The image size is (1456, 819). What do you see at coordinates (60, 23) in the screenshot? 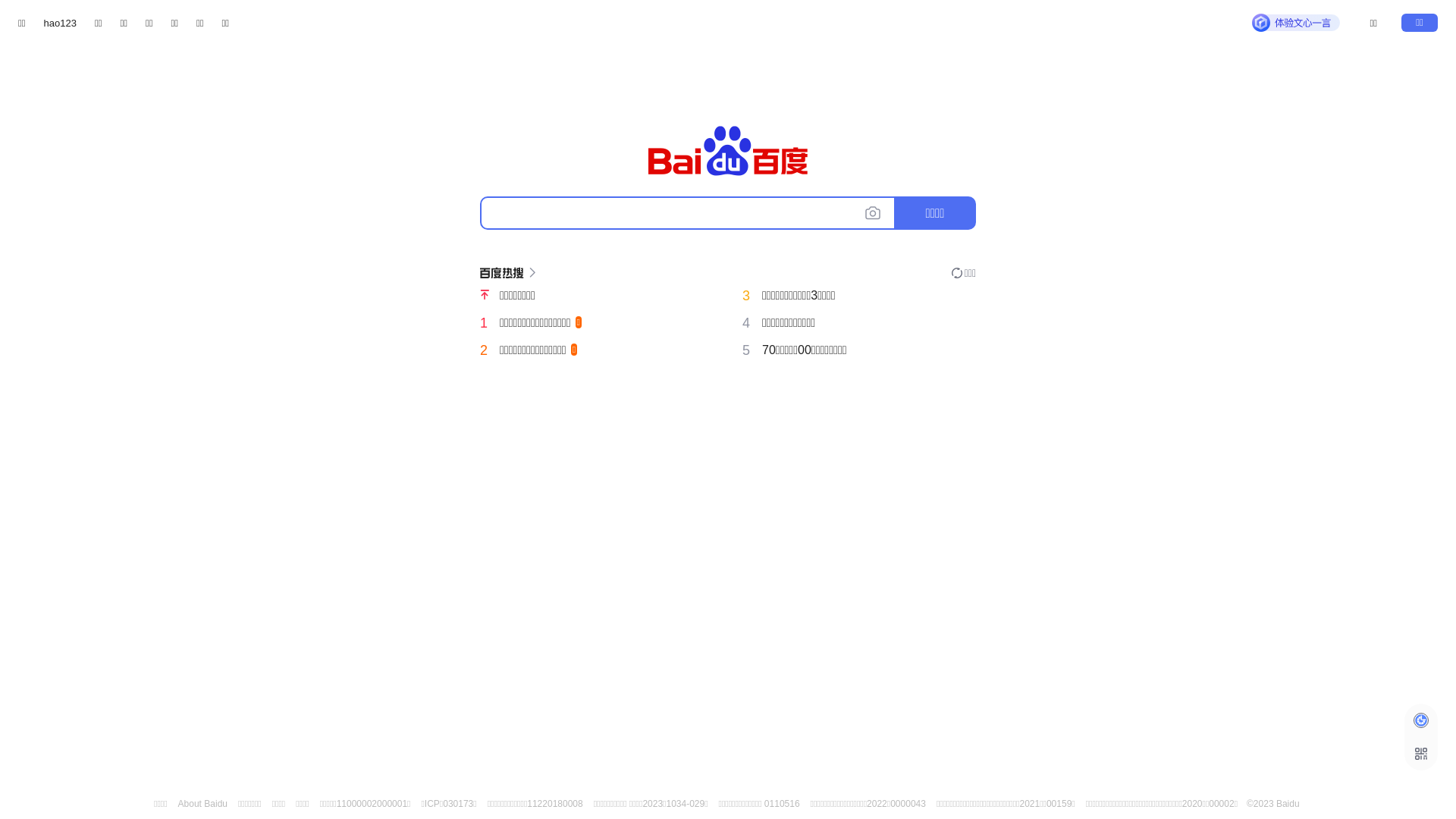
I see `'hao123'` at bounding box center [60, 23].